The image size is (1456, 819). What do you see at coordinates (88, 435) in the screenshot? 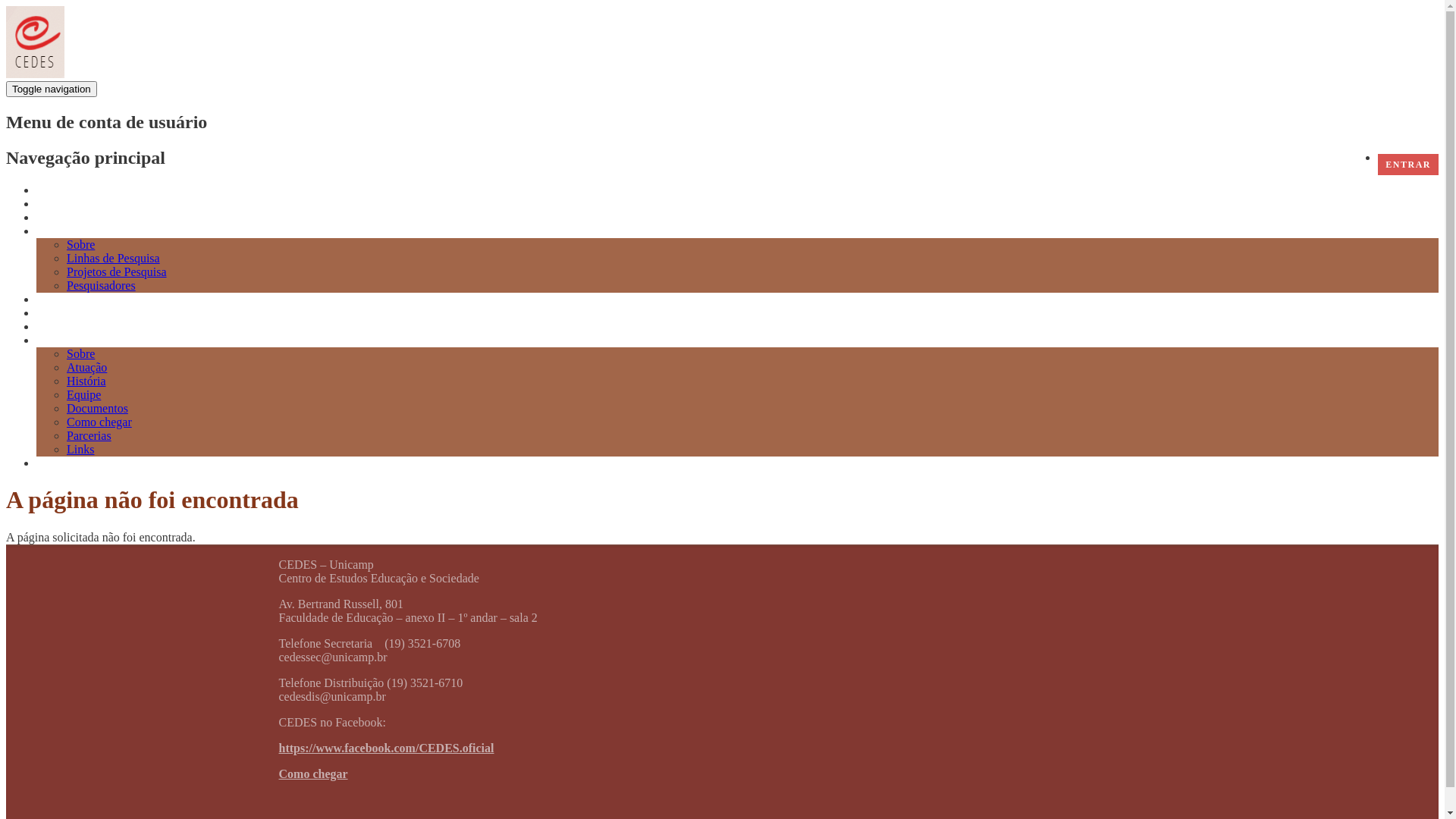
I see `'Parcerias'` at bounding box center [88, 435].